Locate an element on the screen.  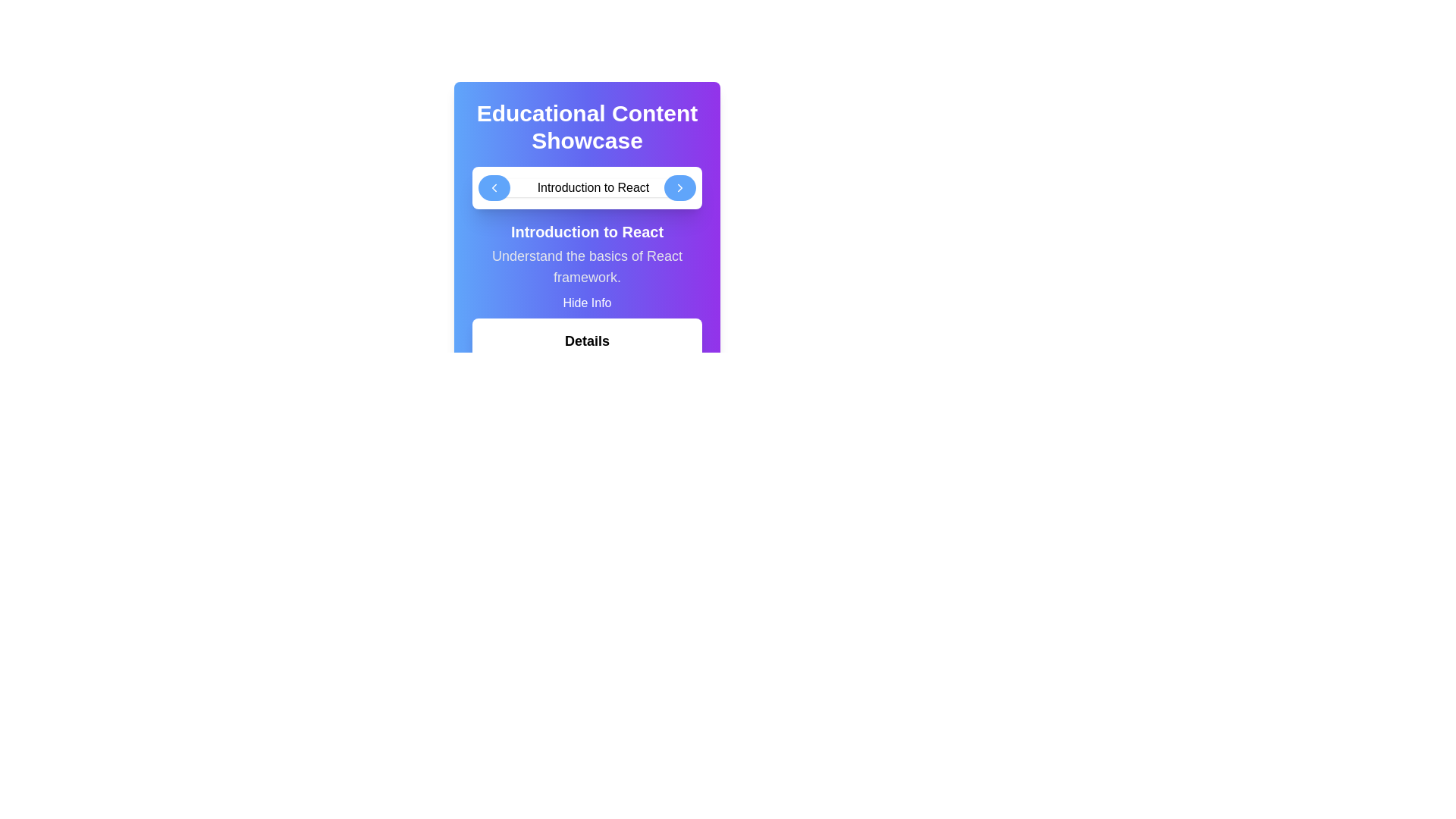
the 'Hide Info' text label which is styled in white color and appears on a gradient blue-purple background, to observe the styling changes is located at coordinates (586, 303).